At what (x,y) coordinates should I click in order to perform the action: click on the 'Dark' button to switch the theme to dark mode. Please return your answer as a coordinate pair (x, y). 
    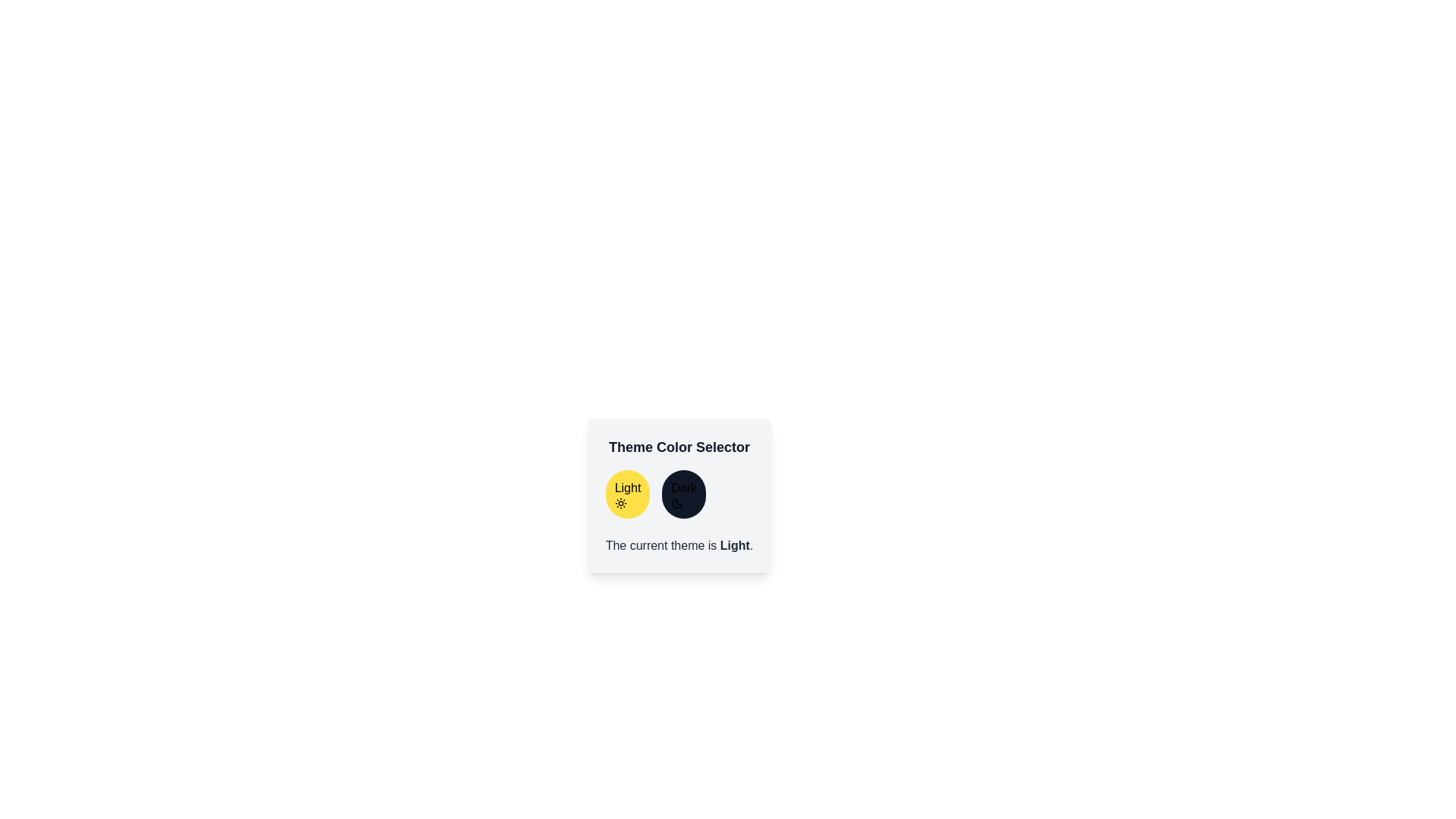
    Looking at the image, I should click on (683, 494).